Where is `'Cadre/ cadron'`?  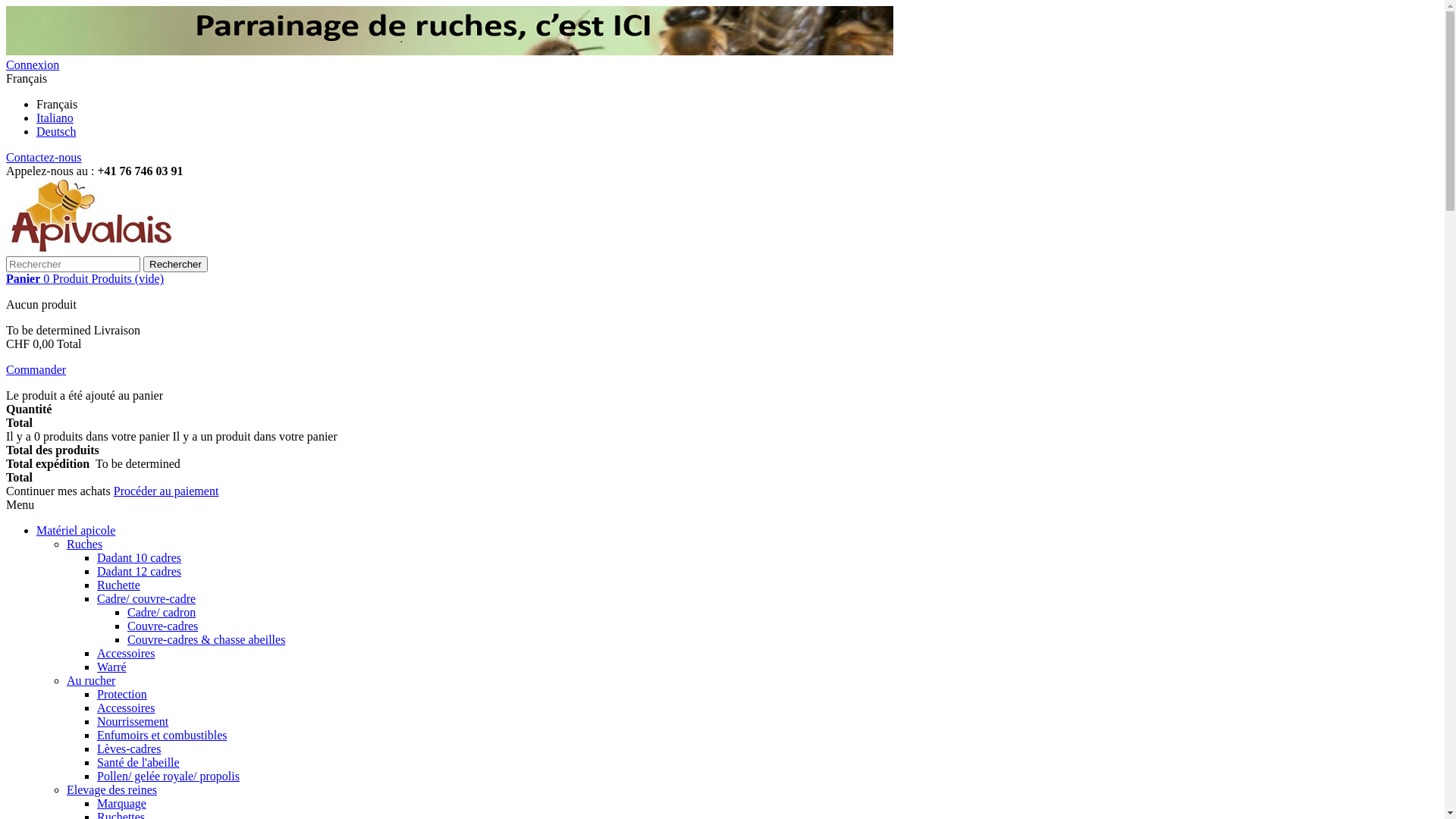 'Cadre/ cadron' is located at coordinates (161, 611).